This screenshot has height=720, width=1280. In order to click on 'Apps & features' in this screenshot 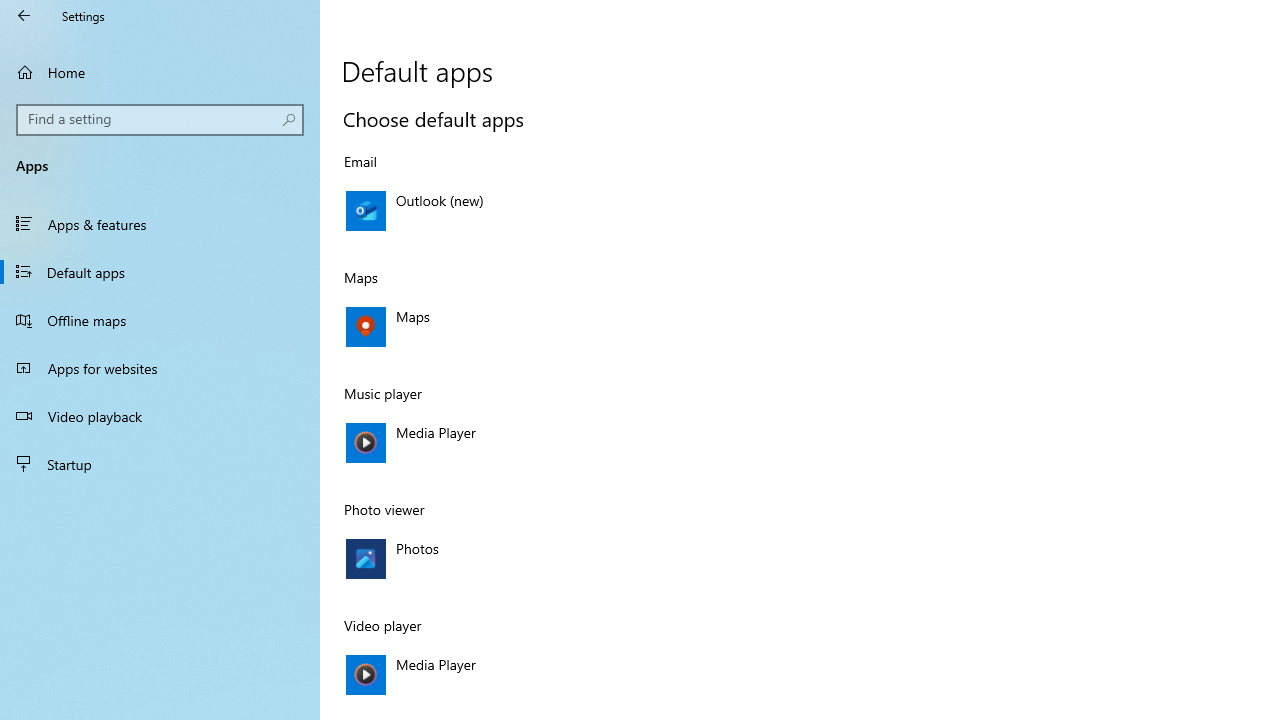, I will do `click(160, 223)`.